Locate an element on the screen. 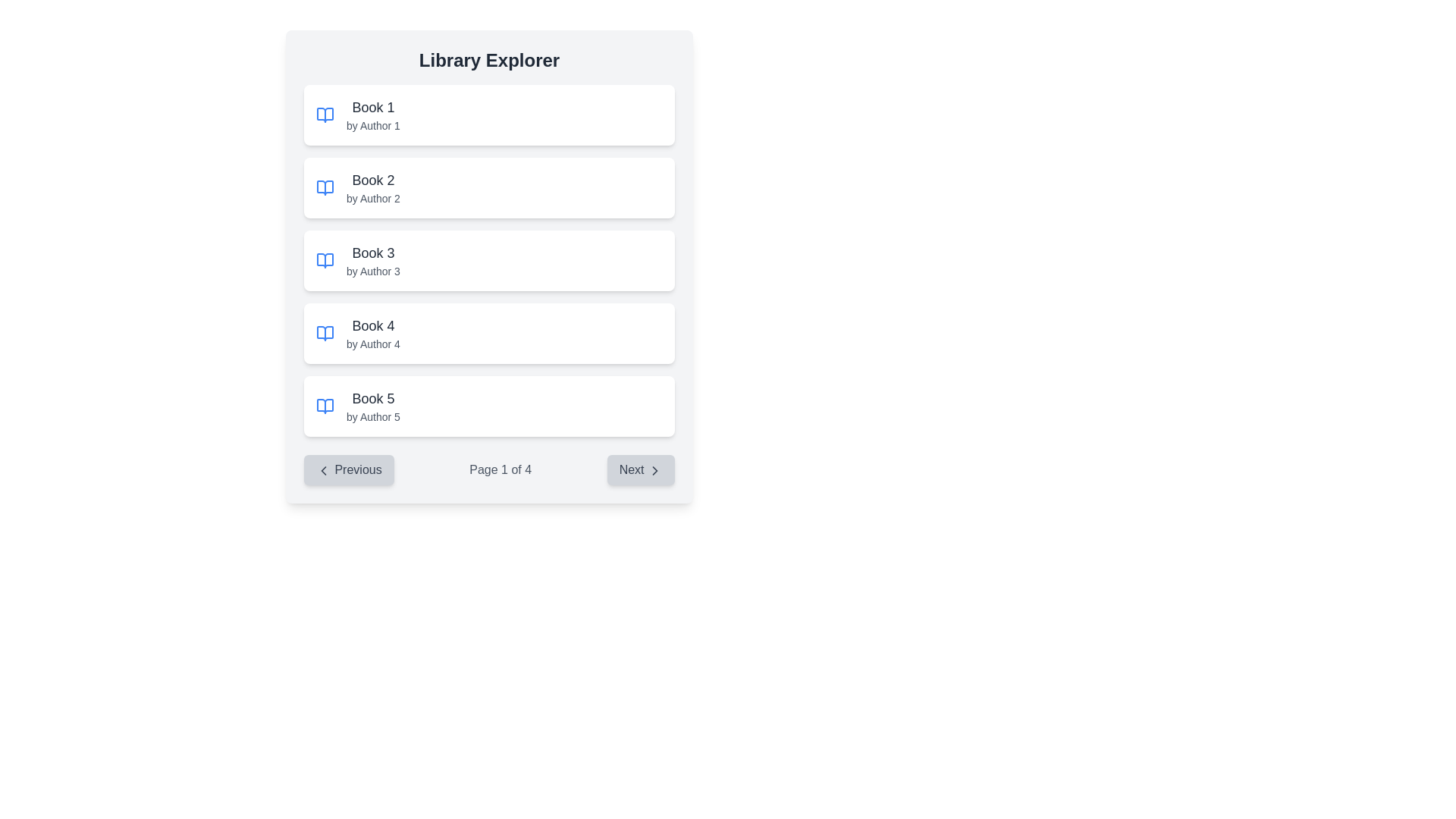 The height and width of the screenshot is (819, 1456). text label displaying 'Book 1' which is bold and dark gray, located at the top of the first book card is located at coordinates (373, 107).